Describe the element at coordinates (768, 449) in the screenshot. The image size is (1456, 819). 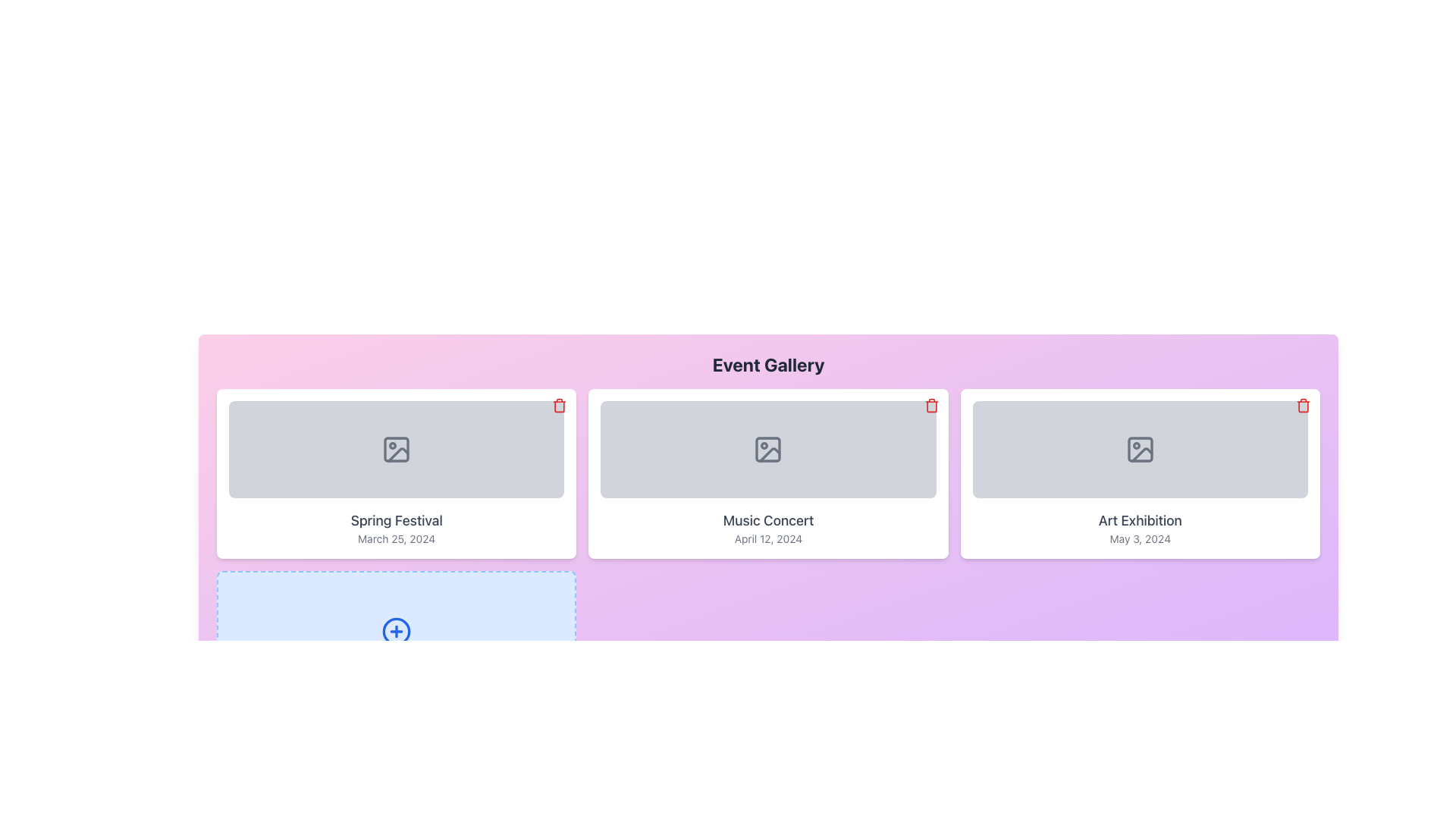
I see `the large gray image placeholder located at the top center of the 'Music Concert' card, which contains a gray image icon and is positioned above the title and date text` at that location.